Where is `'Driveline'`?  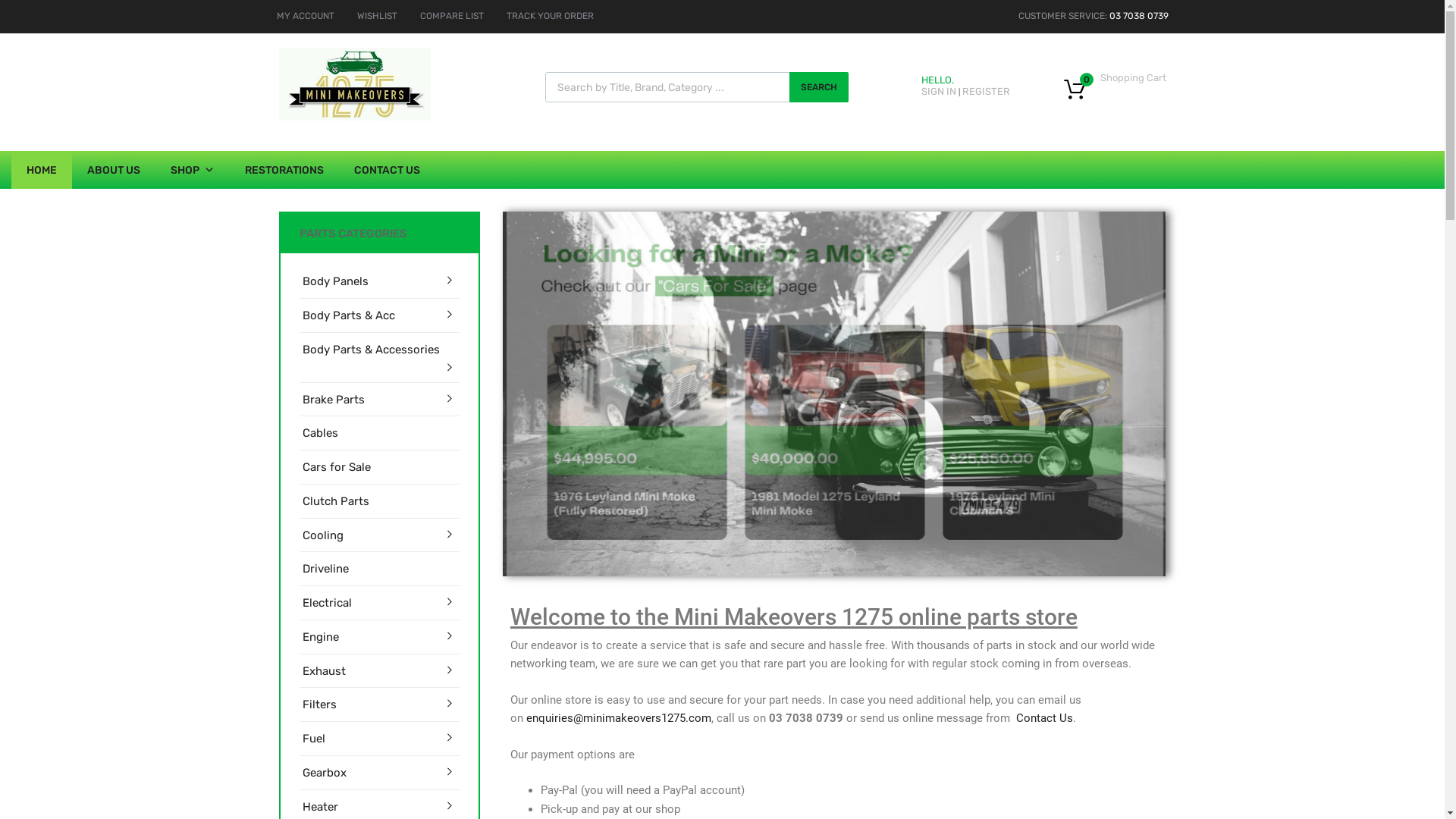
'Driveline' is located at coordinates (324, 569).